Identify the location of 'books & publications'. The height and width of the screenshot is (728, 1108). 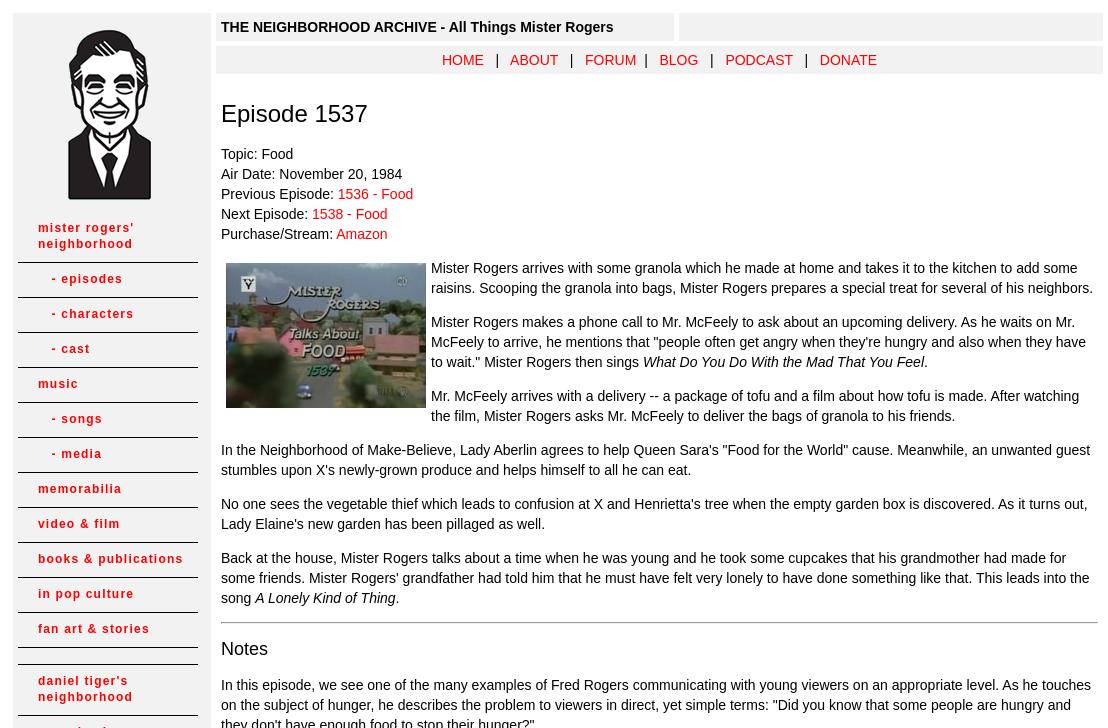
(110, 559).